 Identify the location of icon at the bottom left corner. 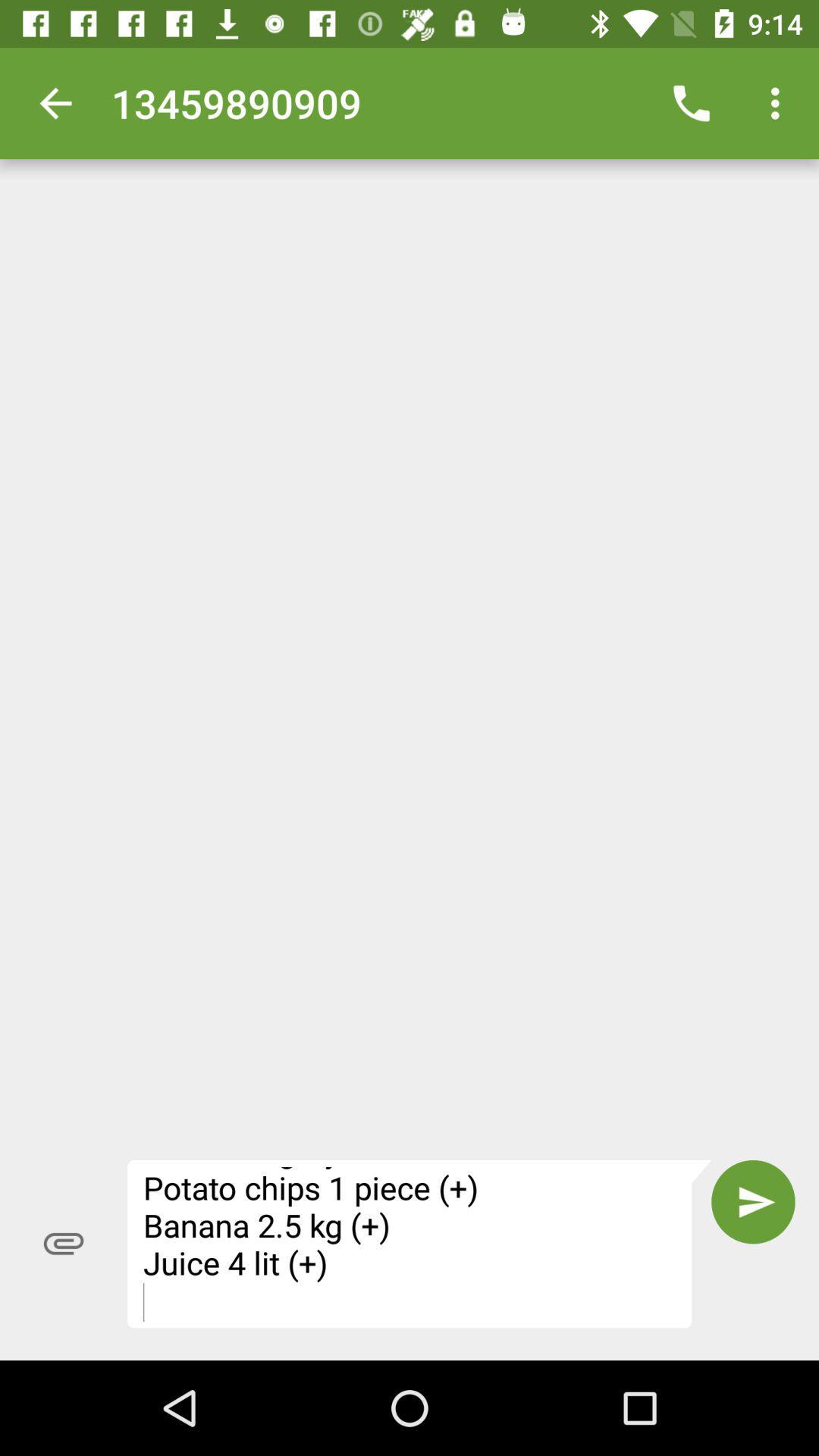
(63, 1244).